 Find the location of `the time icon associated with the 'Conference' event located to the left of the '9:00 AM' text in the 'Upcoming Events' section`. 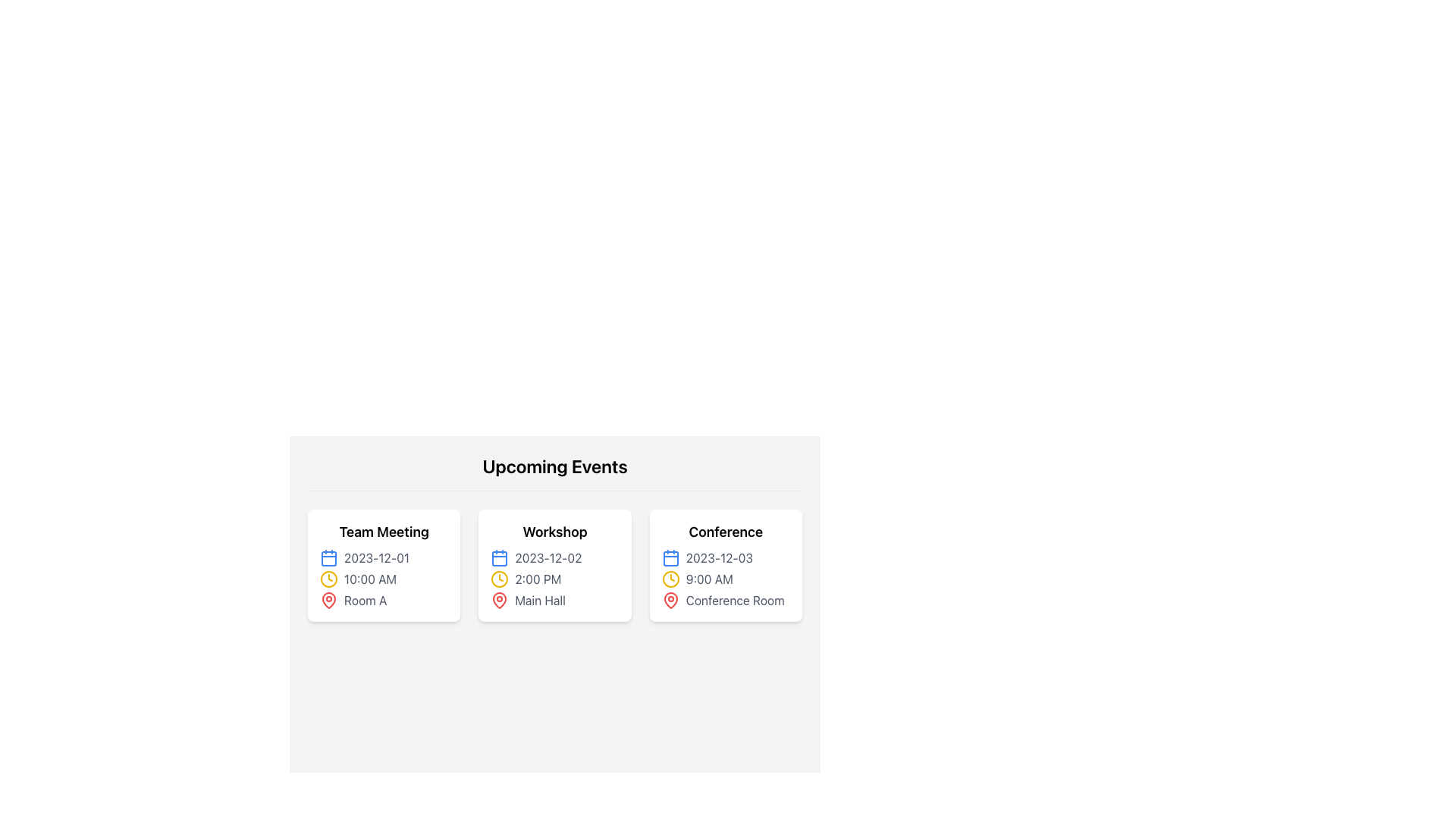

the time icon associated with the 'Conference' event located to the left of the '9:00 AM' text in the 'Upcoming Events' section is located at coordinates (670, 579).